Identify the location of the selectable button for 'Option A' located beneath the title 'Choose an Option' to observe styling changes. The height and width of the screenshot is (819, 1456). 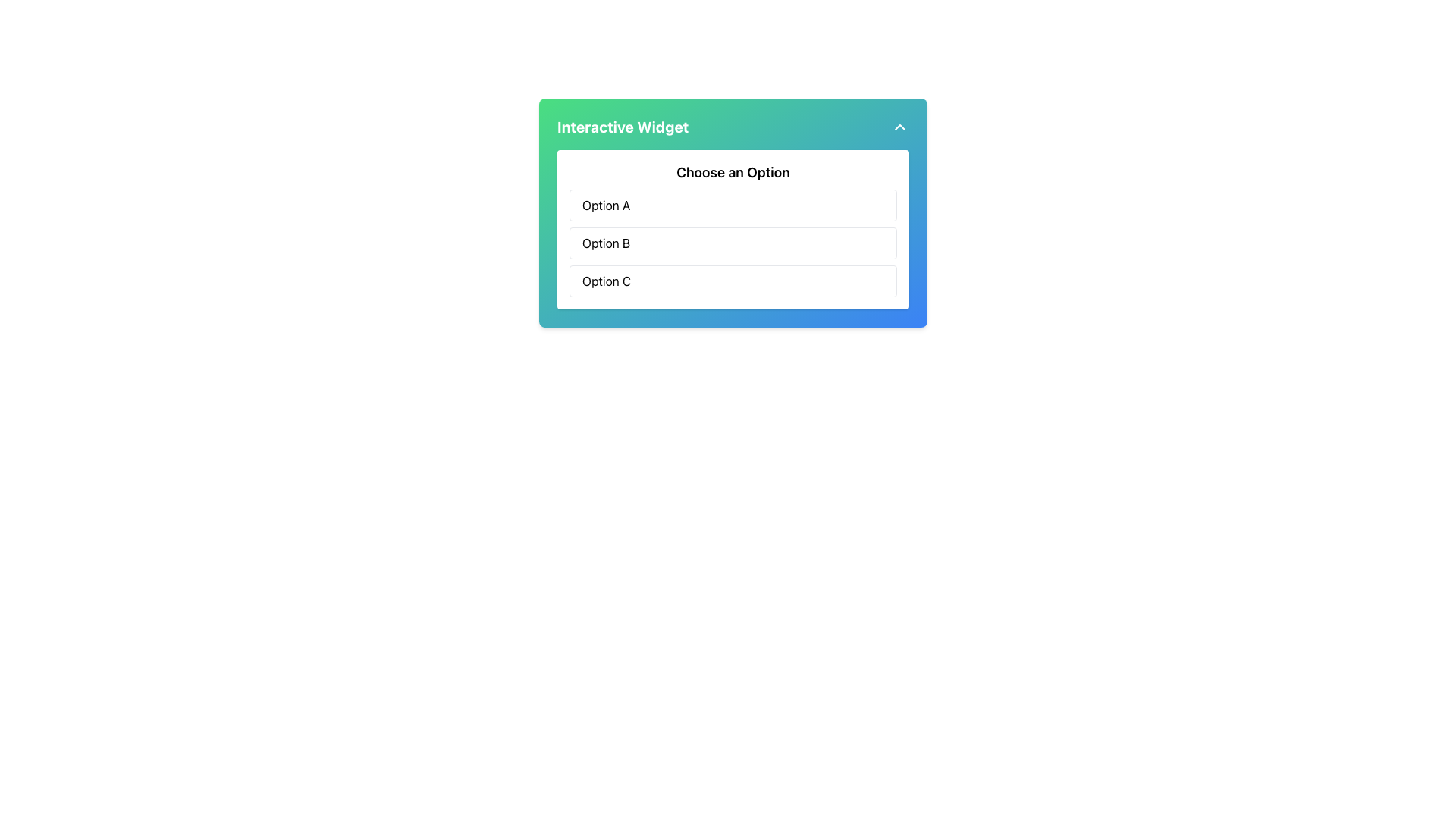
(733, 205).